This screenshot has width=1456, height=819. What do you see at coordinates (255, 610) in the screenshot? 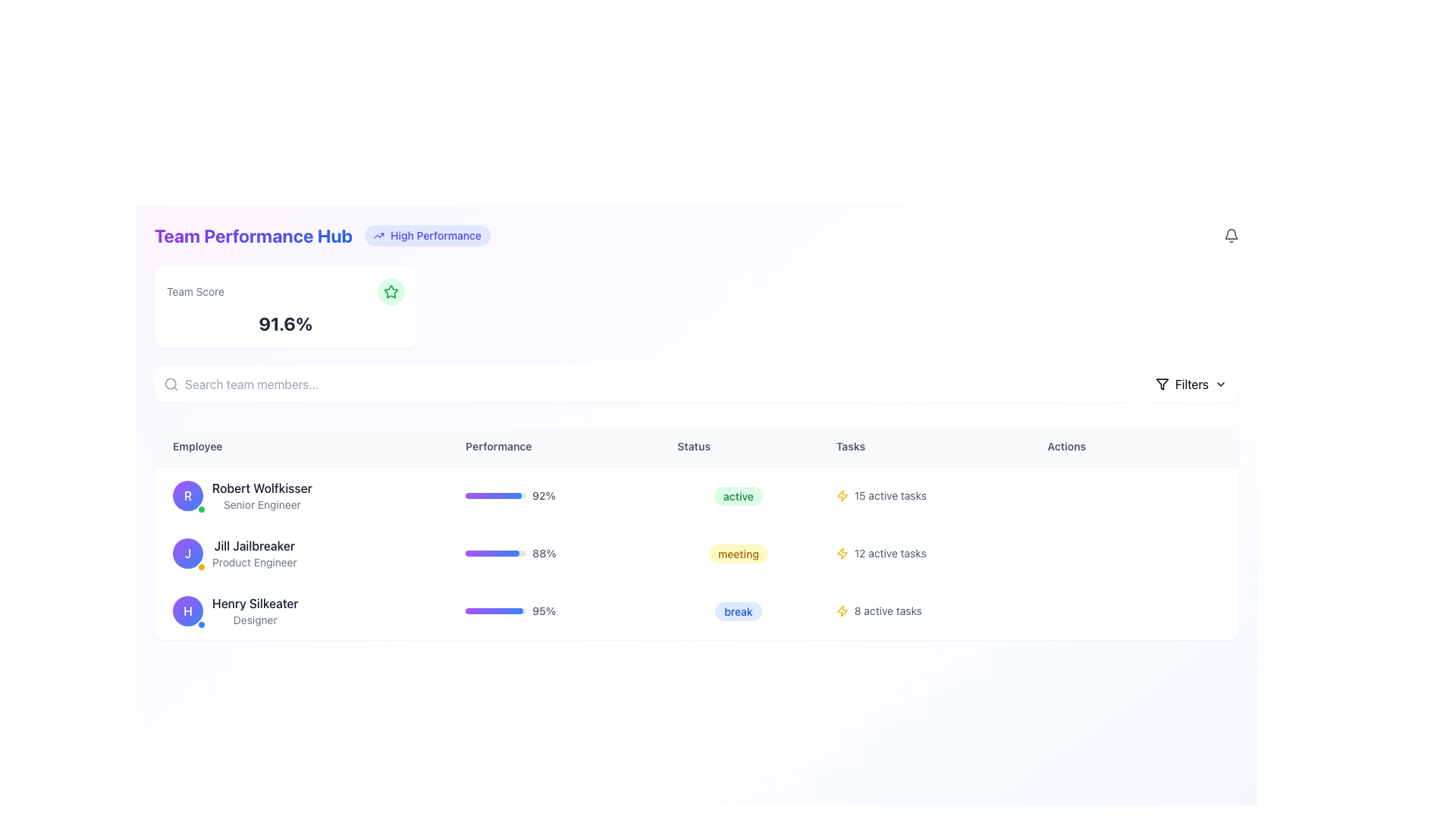
I see `the Text Display element showing the name and job title of the employee, located in the third row of the Employee column in a table, below Robert Wolfkisser and Jill Jailbreaker` at bounding box center [255, 610].